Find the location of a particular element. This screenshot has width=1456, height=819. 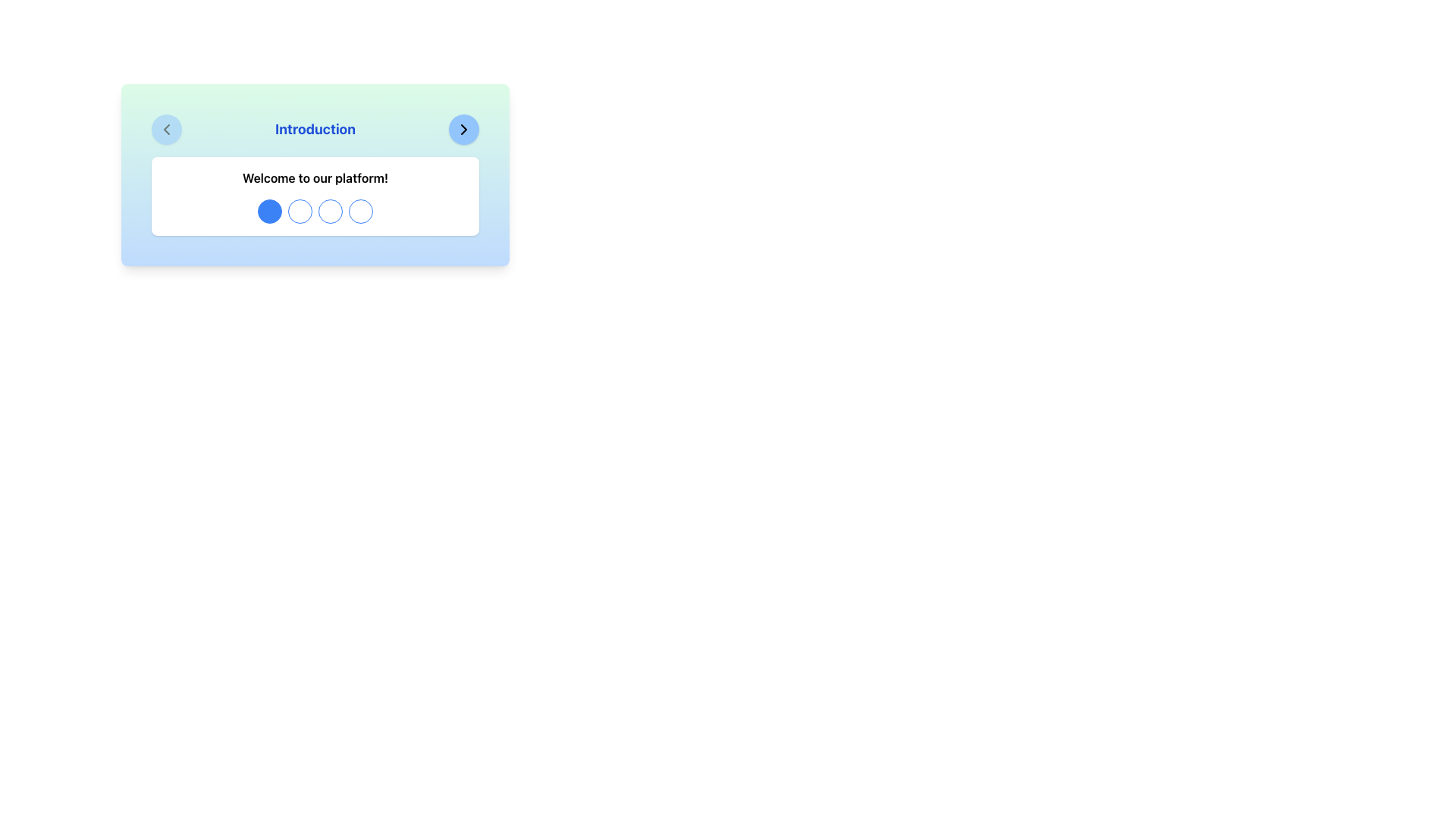

the circular button with a light blue background and a black chevron pointing right is located at coordinates (463, 128).